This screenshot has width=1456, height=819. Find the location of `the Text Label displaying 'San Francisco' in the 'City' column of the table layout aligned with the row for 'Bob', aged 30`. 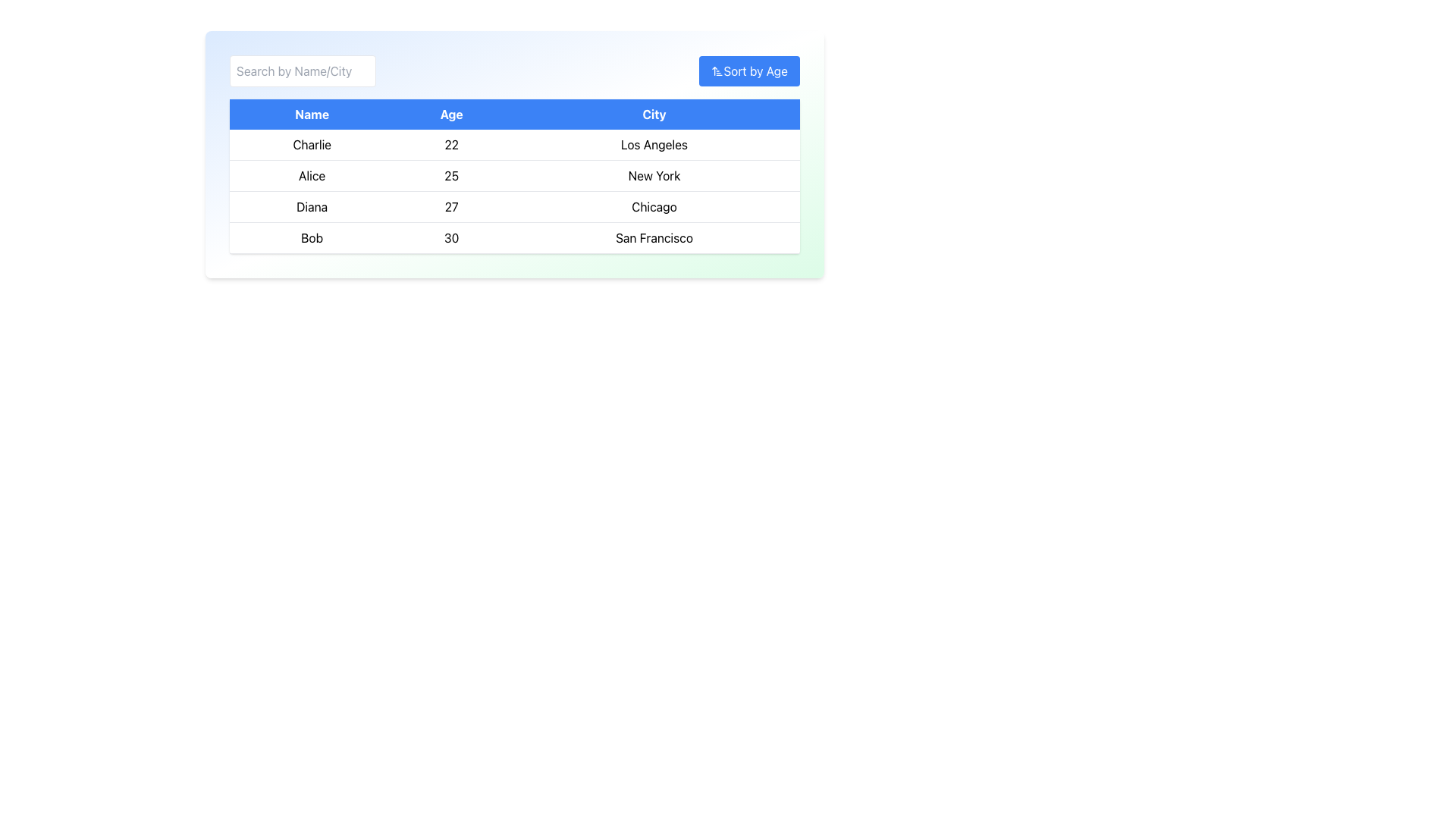

the Text Label displaying 'San Francisco' in the 'City' column of the table layout aligned with the row for 'Bob', aged 30 is located at coordinates (654, 237).